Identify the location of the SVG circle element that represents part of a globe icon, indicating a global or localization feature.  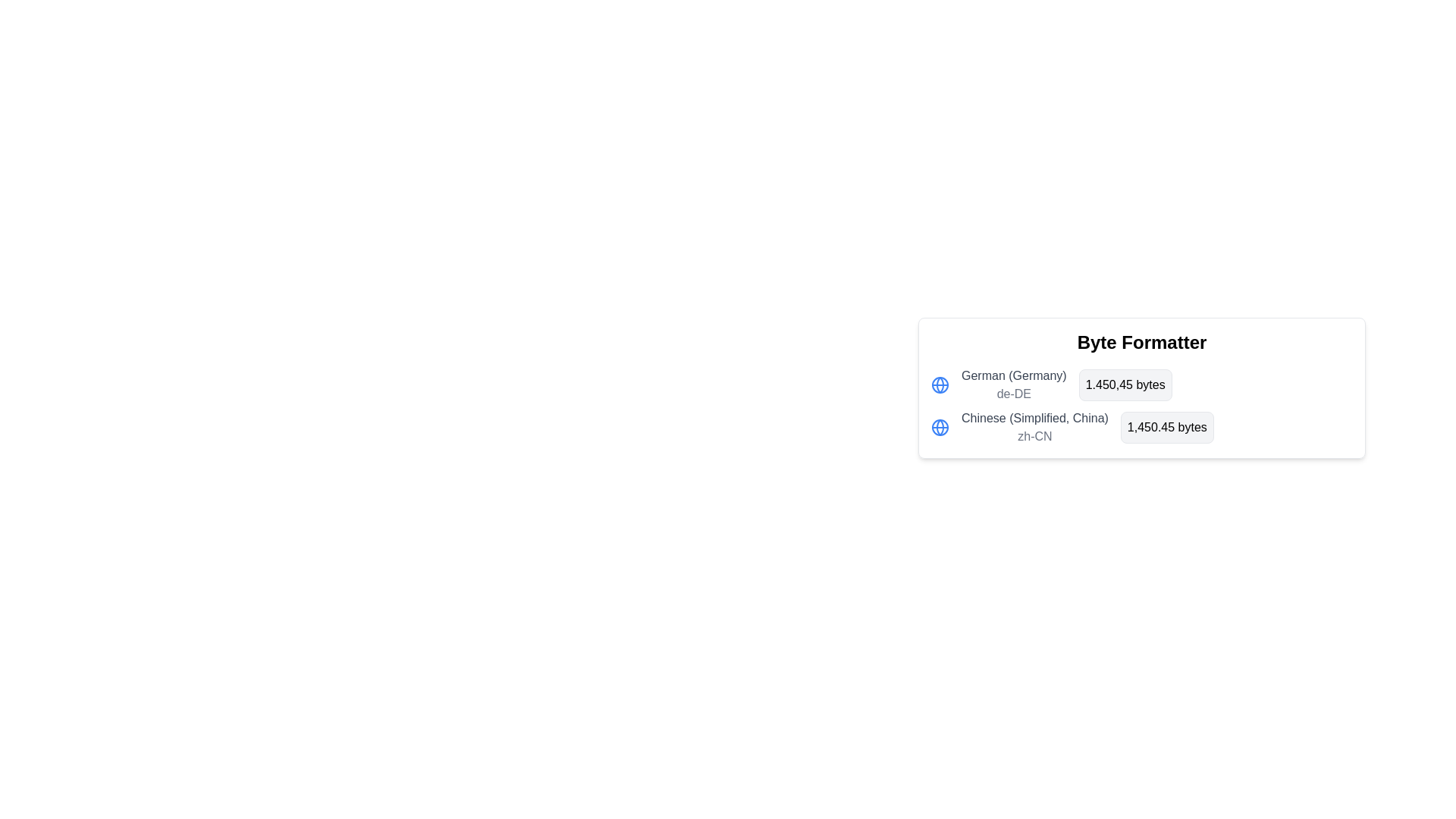
(939, 384).